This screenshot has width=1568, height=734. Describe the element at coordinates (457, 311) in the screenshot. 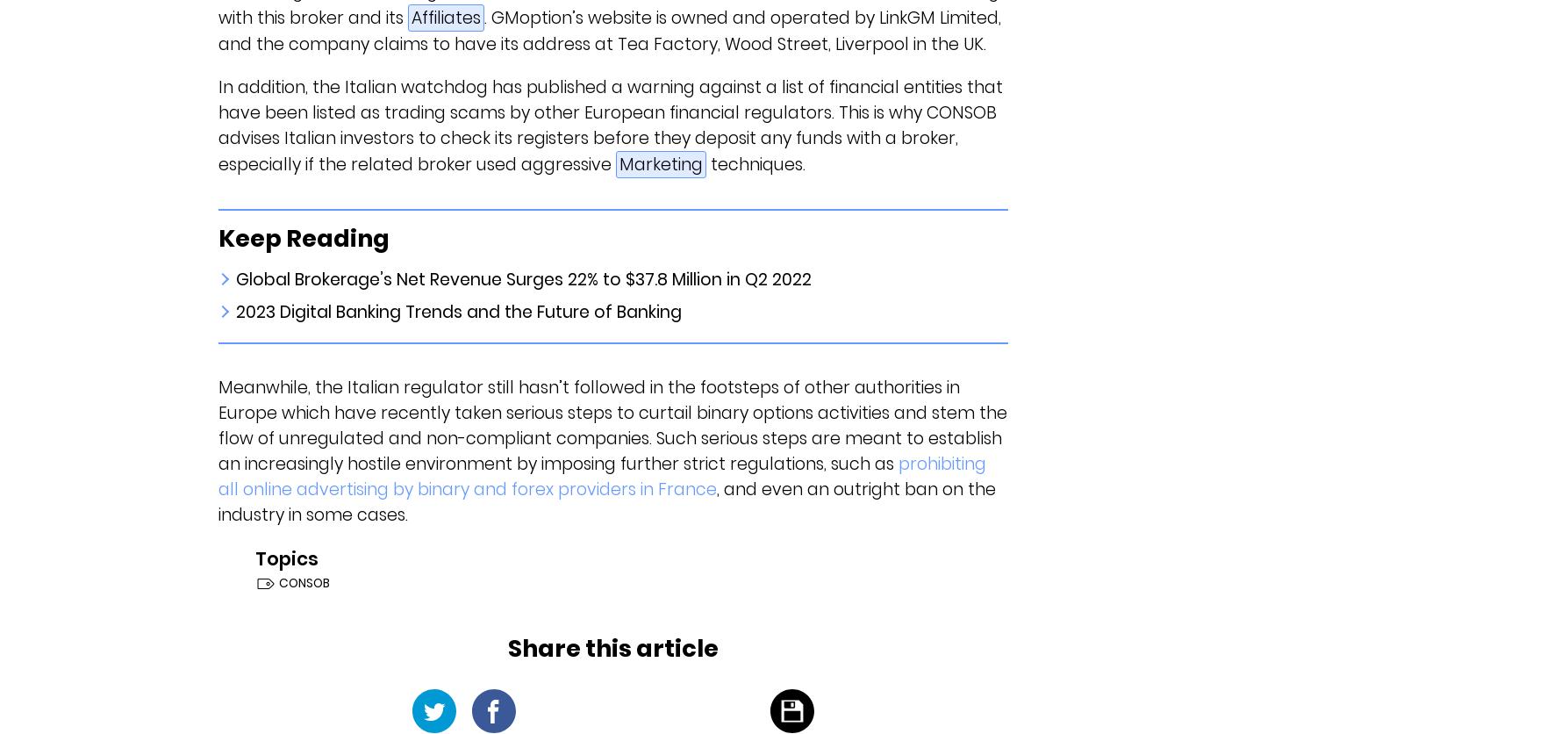

I see `'2023 Digital Banking Trends and the Future of Banking'` at that location.